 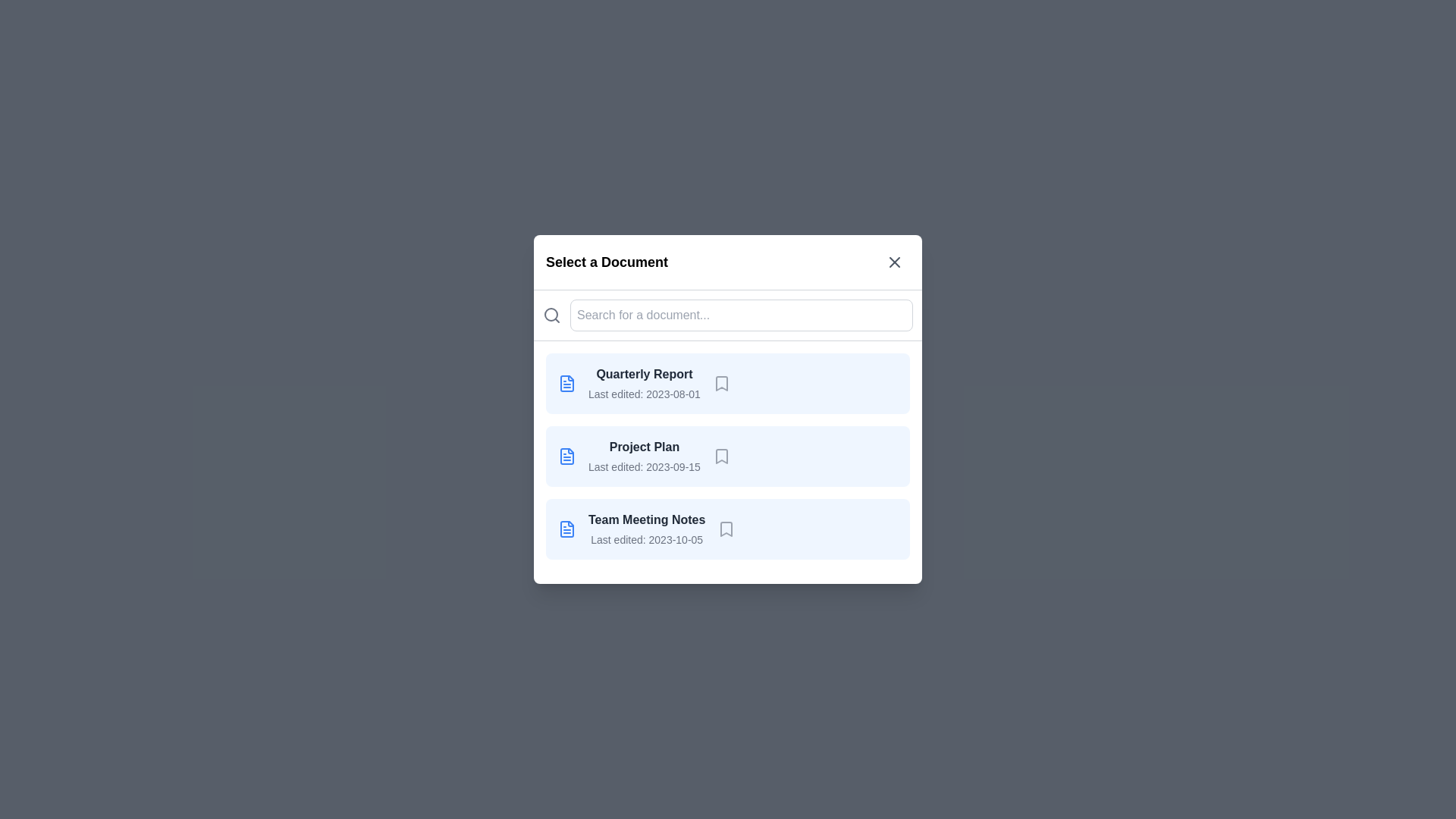 What do you see at coordinates (726, 529) in the screenshot?
I see `the bookmark icon for the document titled 'Team Meeting Notes'` at bounding box center [726, 529].